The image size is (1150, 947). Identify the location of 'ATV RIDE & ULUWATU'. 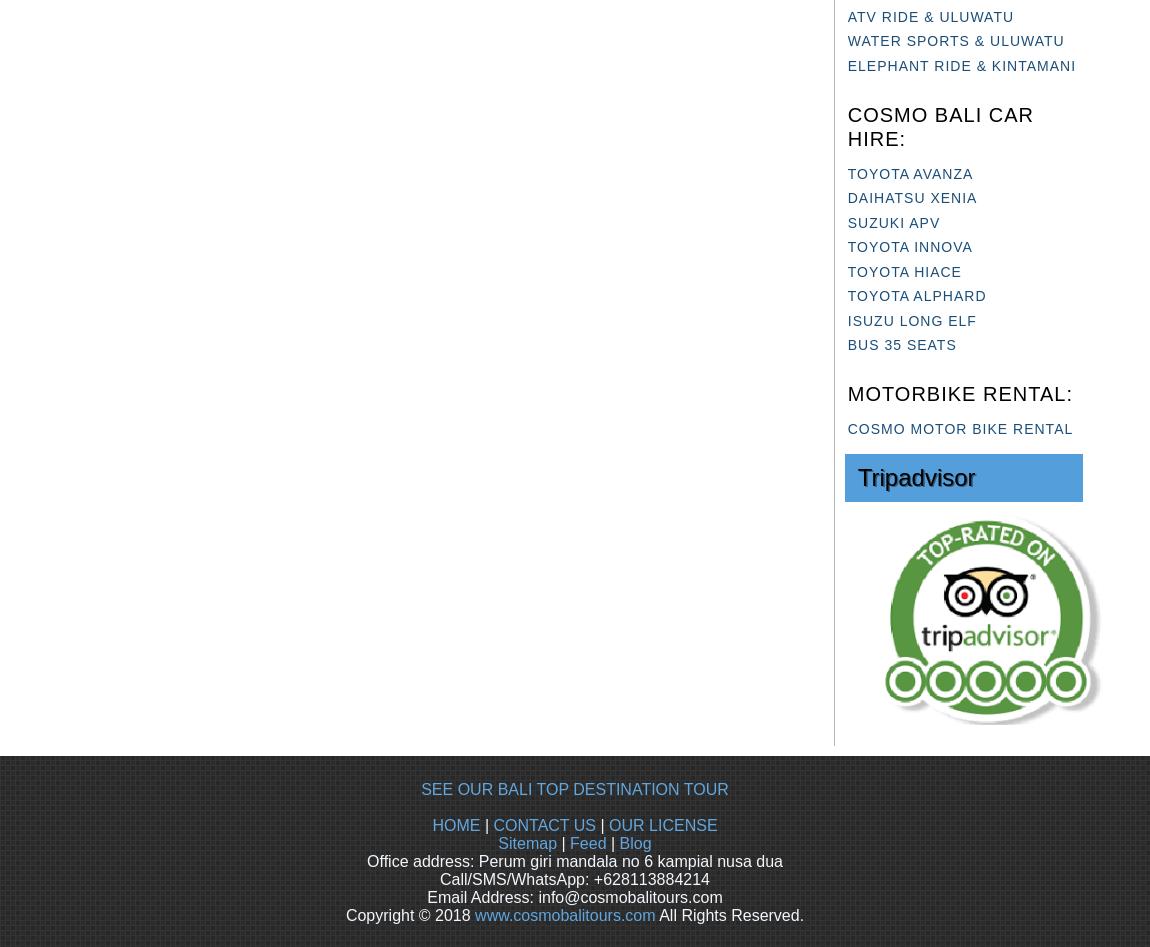
(930, 16).